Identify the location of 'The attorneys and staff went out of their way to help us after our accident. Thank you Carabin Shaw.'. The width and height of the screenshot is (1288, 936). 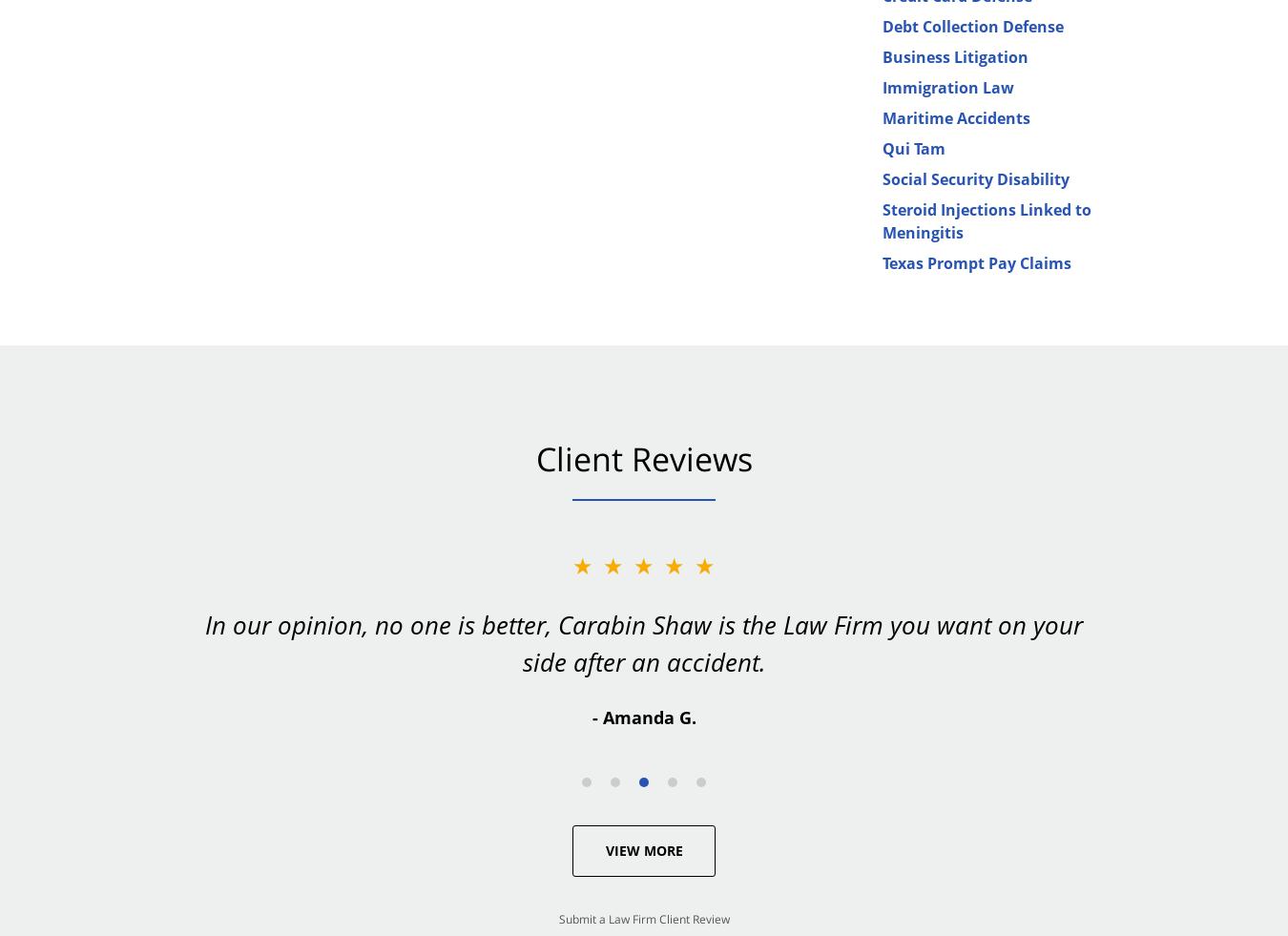
(643, 643).